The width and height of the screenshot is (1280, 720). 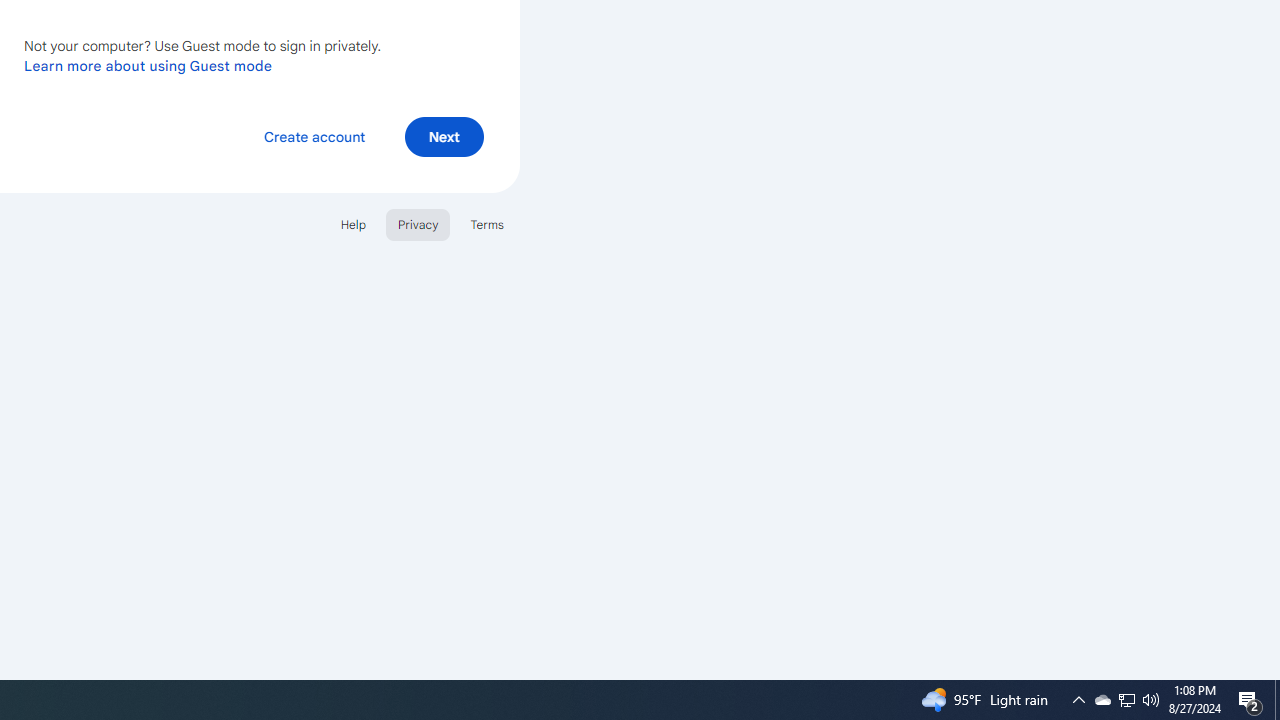 I want to click on 'Learn more about using Guest mode', so click(x=147, y=64).